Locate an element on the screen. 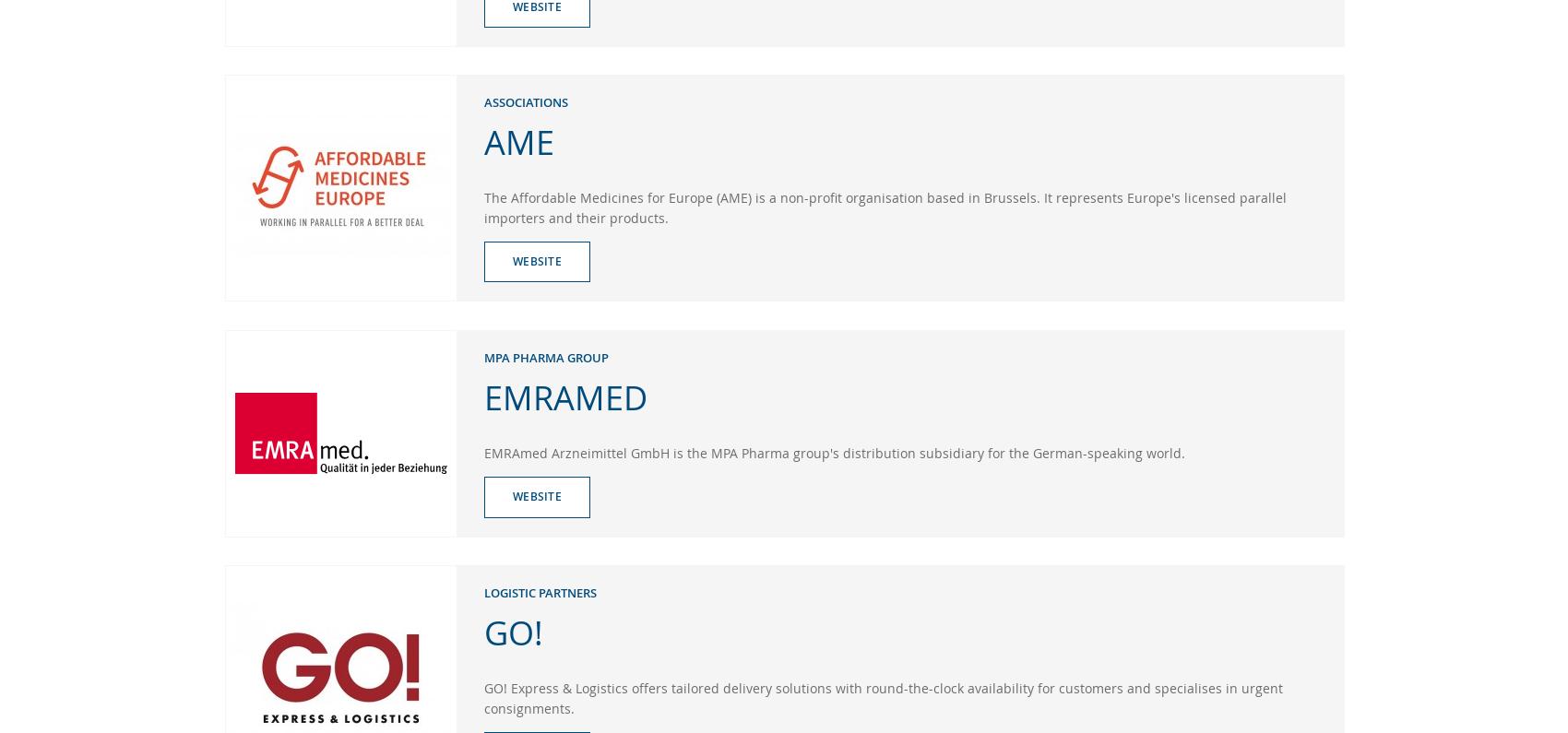 The width and height of the screenshot is (1568, 733). 'EMRAMED' is located at coordinates (483, 396).